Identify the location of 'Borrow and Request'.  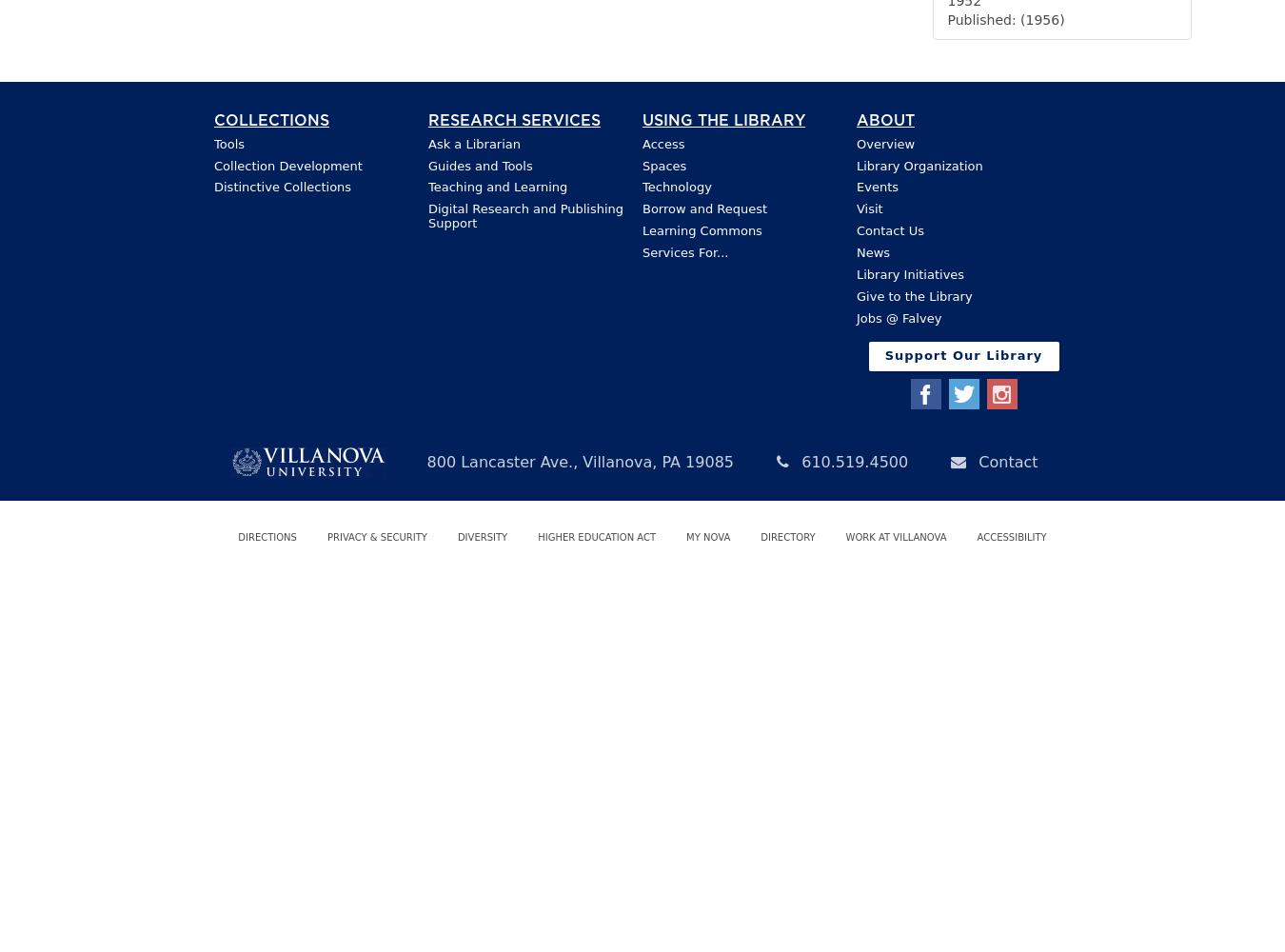
(703, 208).